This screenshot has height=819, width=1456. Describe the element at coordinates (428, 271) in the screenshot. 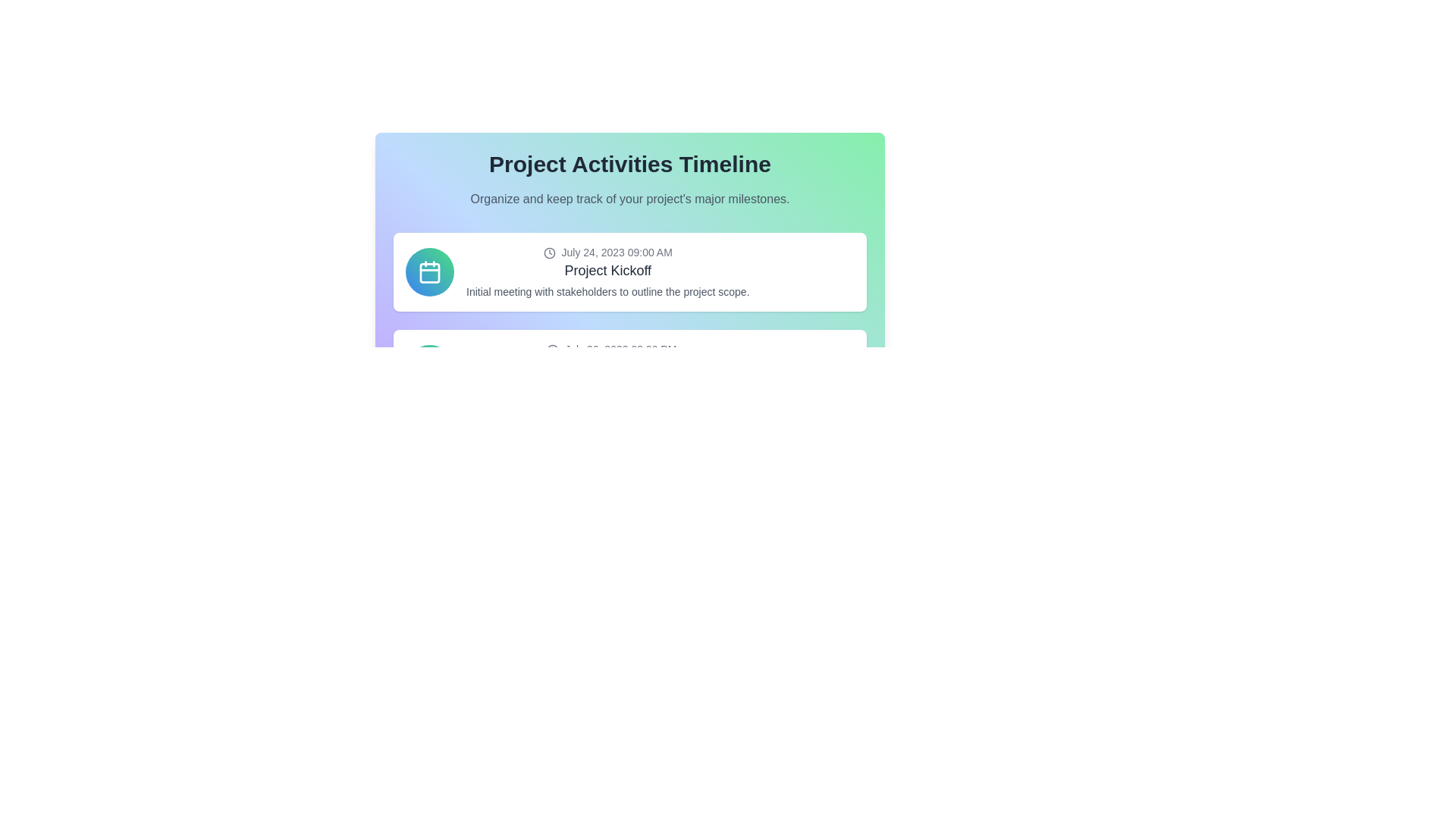

I see `the calendar icon which is a minimalist design featuring a white outline on a blue-green gradient background, located towards the left side of a larger timeline entry` at that location.